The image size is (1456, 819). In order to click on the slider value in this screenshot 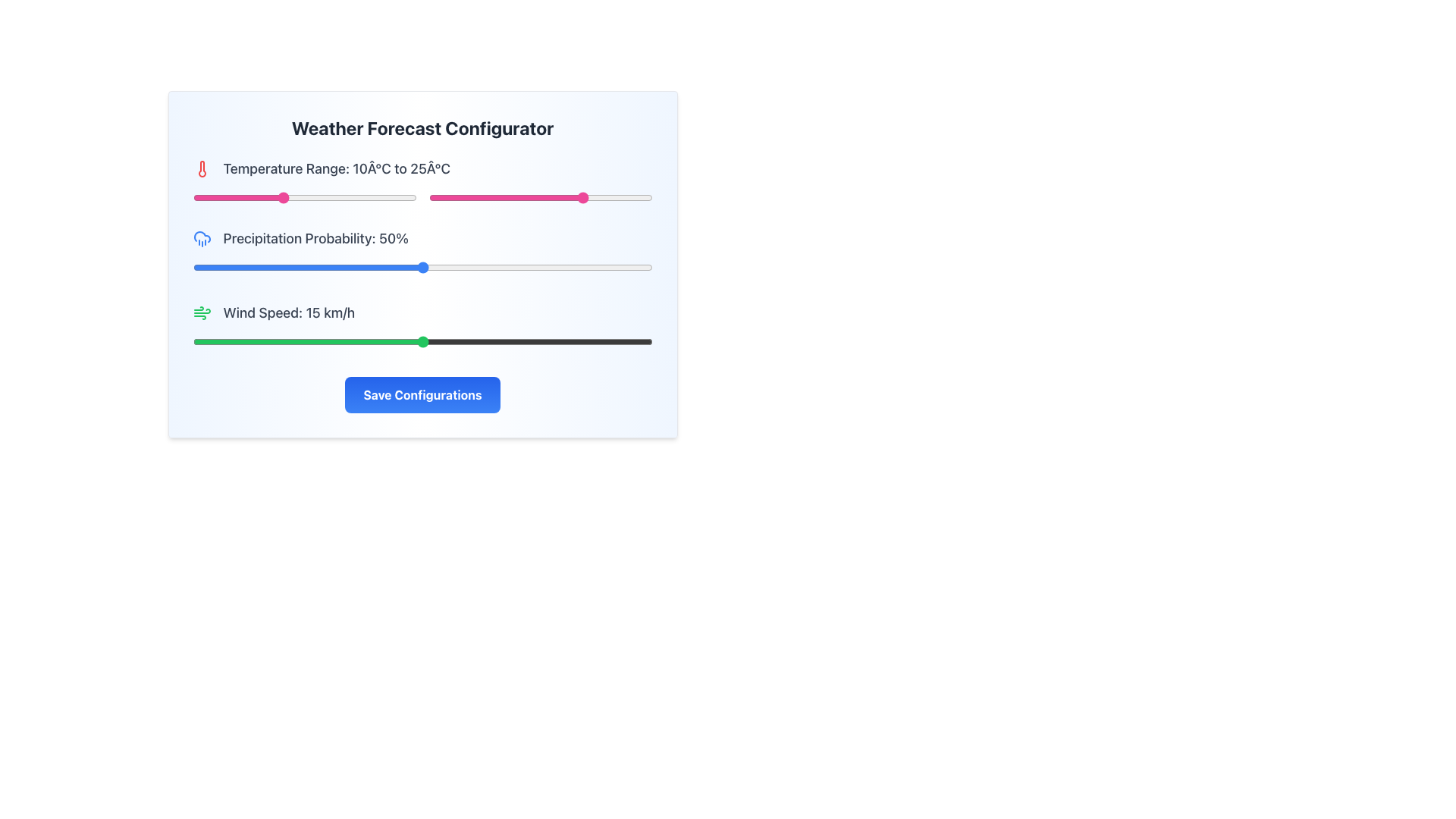, I will do `click(259, 197)`.